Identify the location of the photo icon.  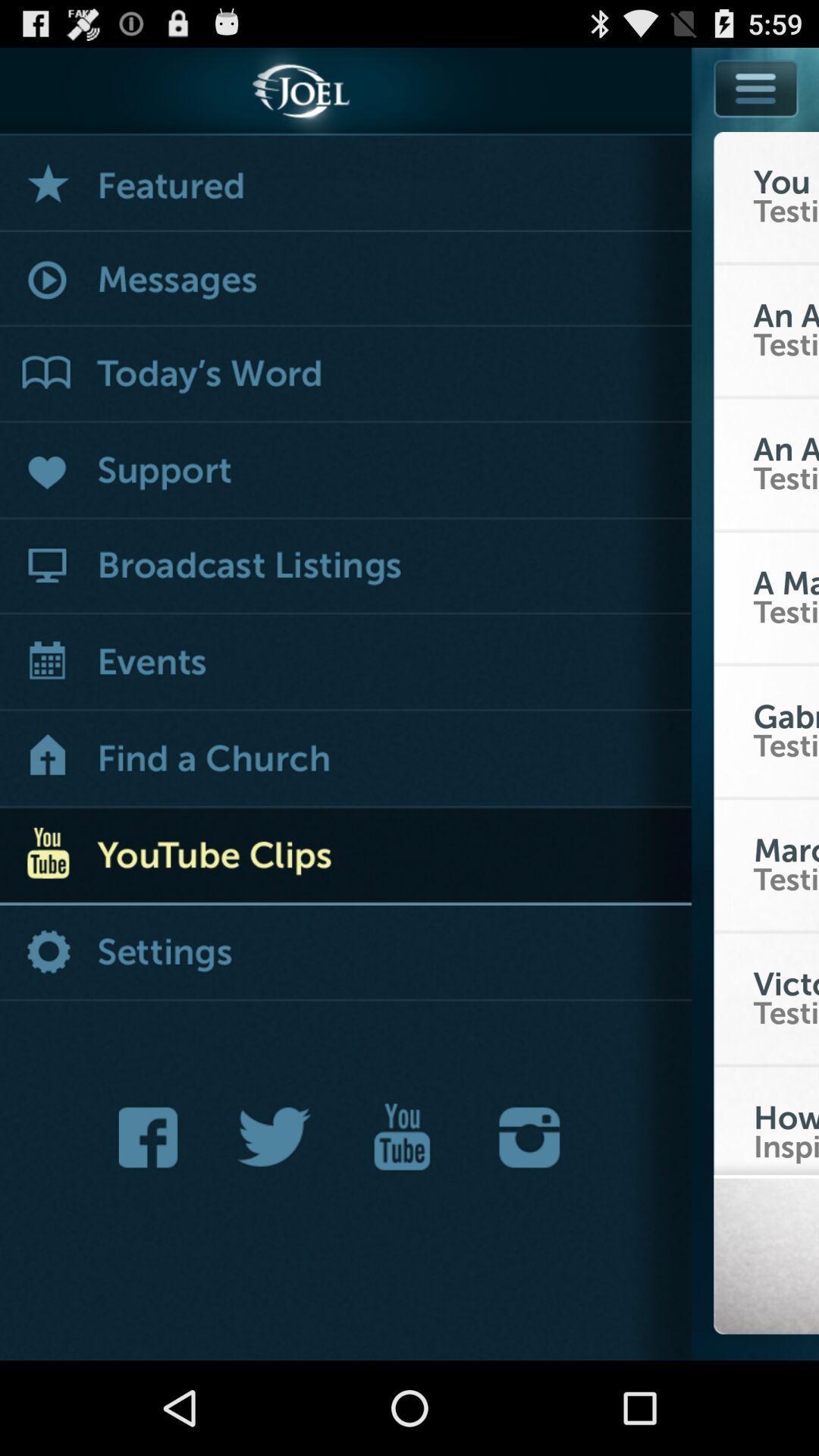
(529, 1217).